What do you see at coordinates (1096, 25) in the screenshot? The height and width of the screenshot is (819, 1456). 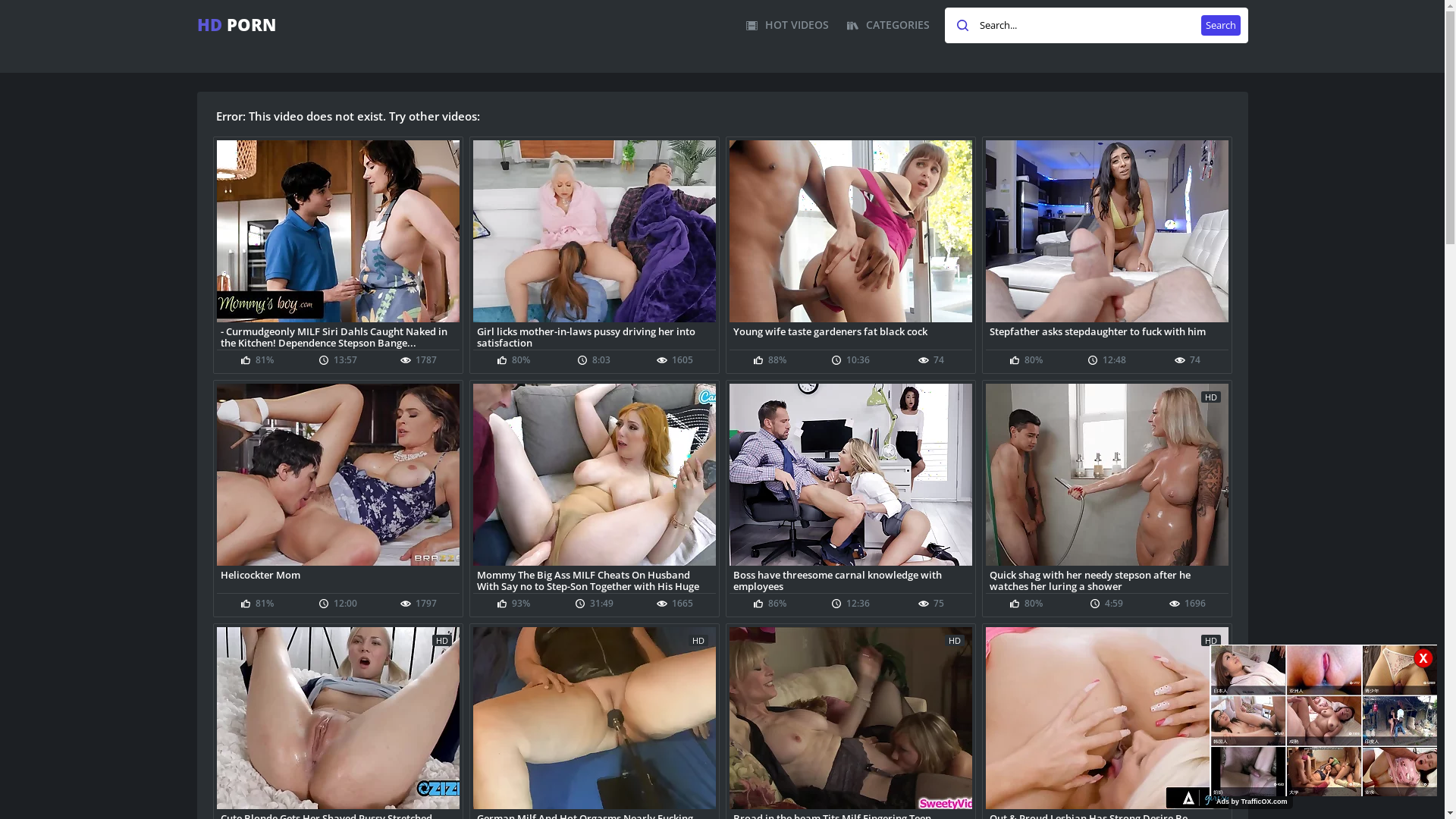 I see `'Search X Videos'` at bounding box center [1096, 25].